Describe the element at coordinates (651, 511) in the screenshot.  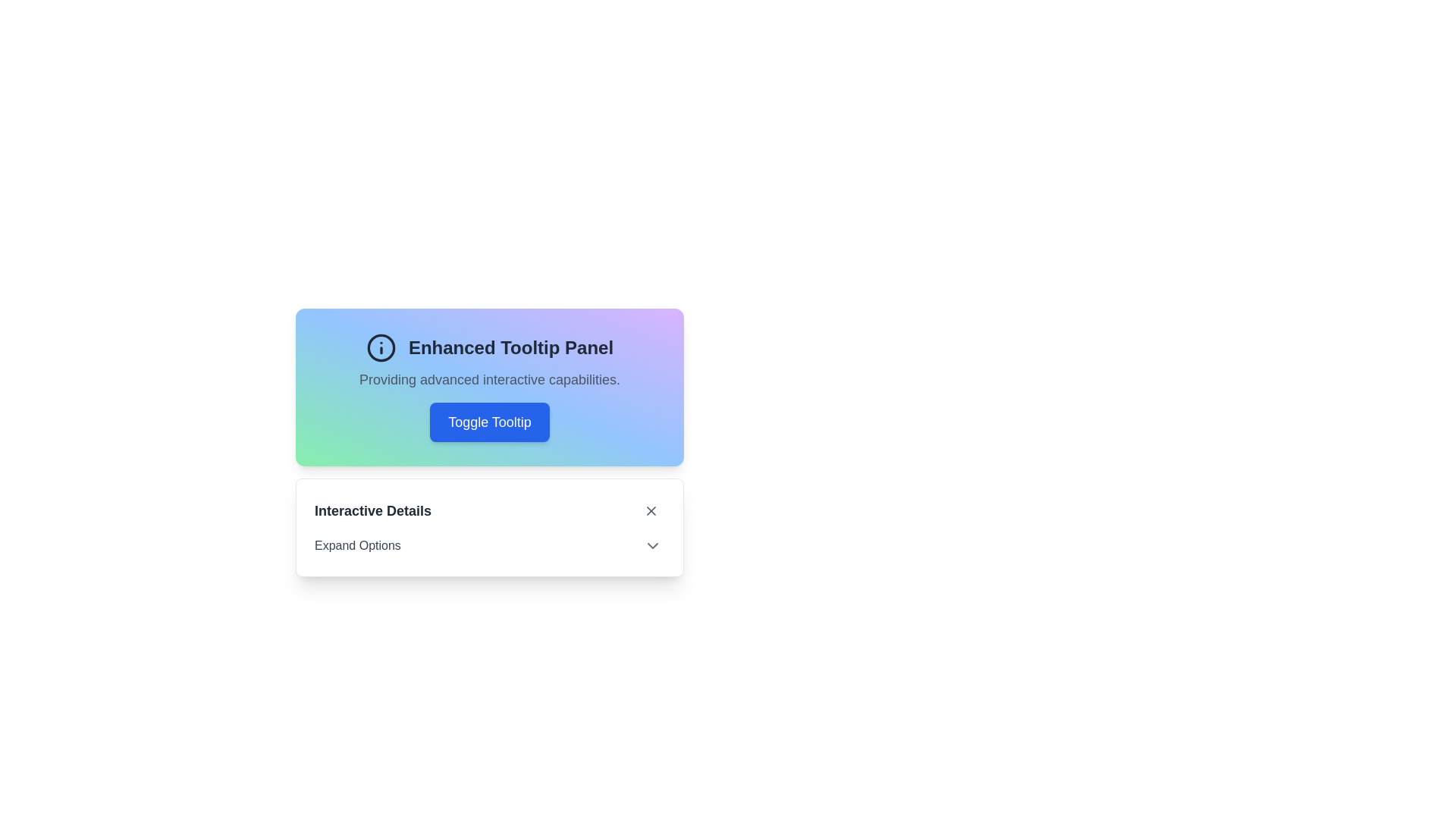
I see `the small button represented by an 'X' icon located at the far right within the 'Interactive Details' row` at that location.